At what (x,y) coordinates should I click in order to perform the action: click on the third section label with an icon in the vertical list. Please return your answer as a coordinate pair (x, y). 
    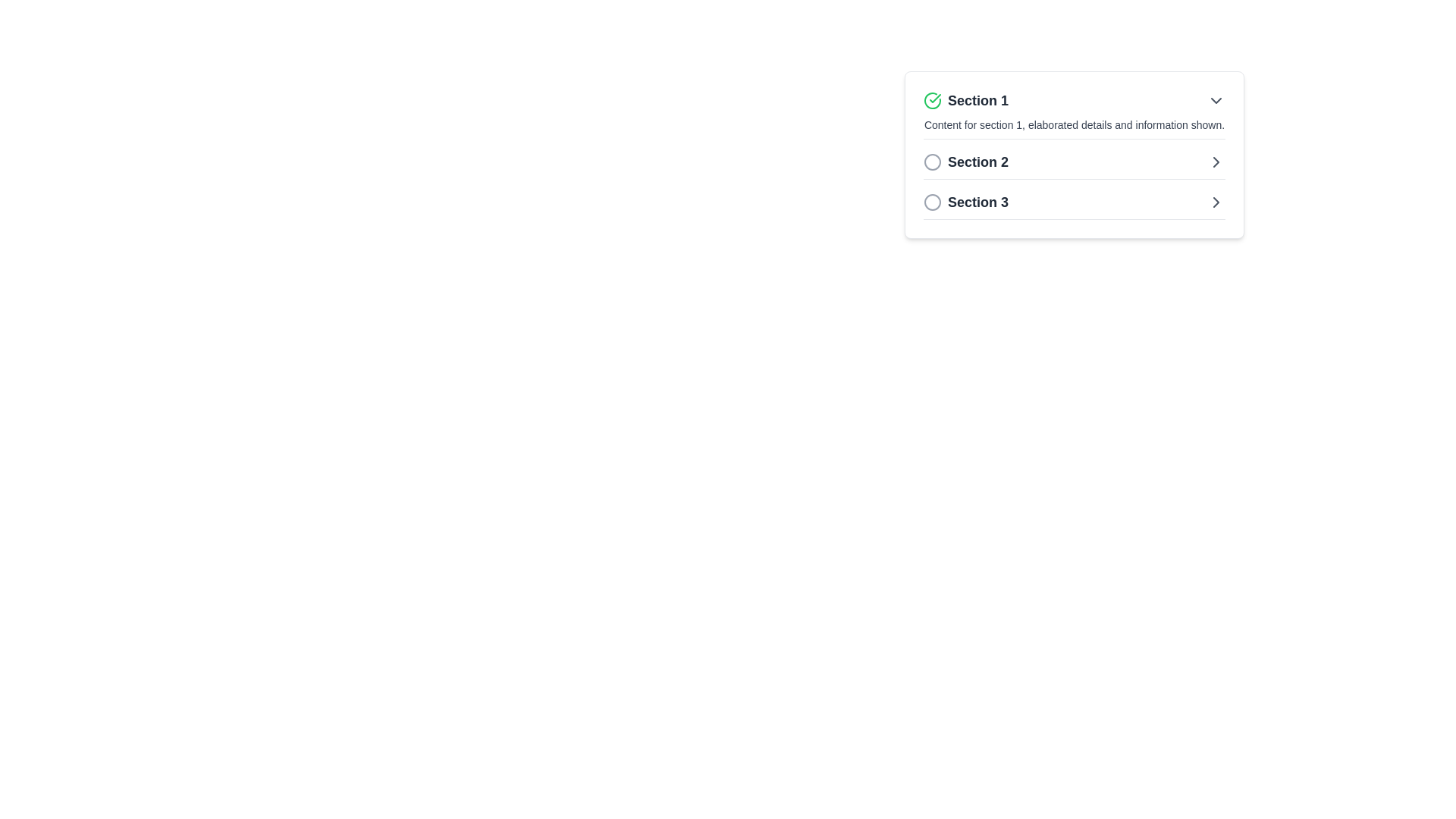
    Looking at the image, I should click on (965, 201).